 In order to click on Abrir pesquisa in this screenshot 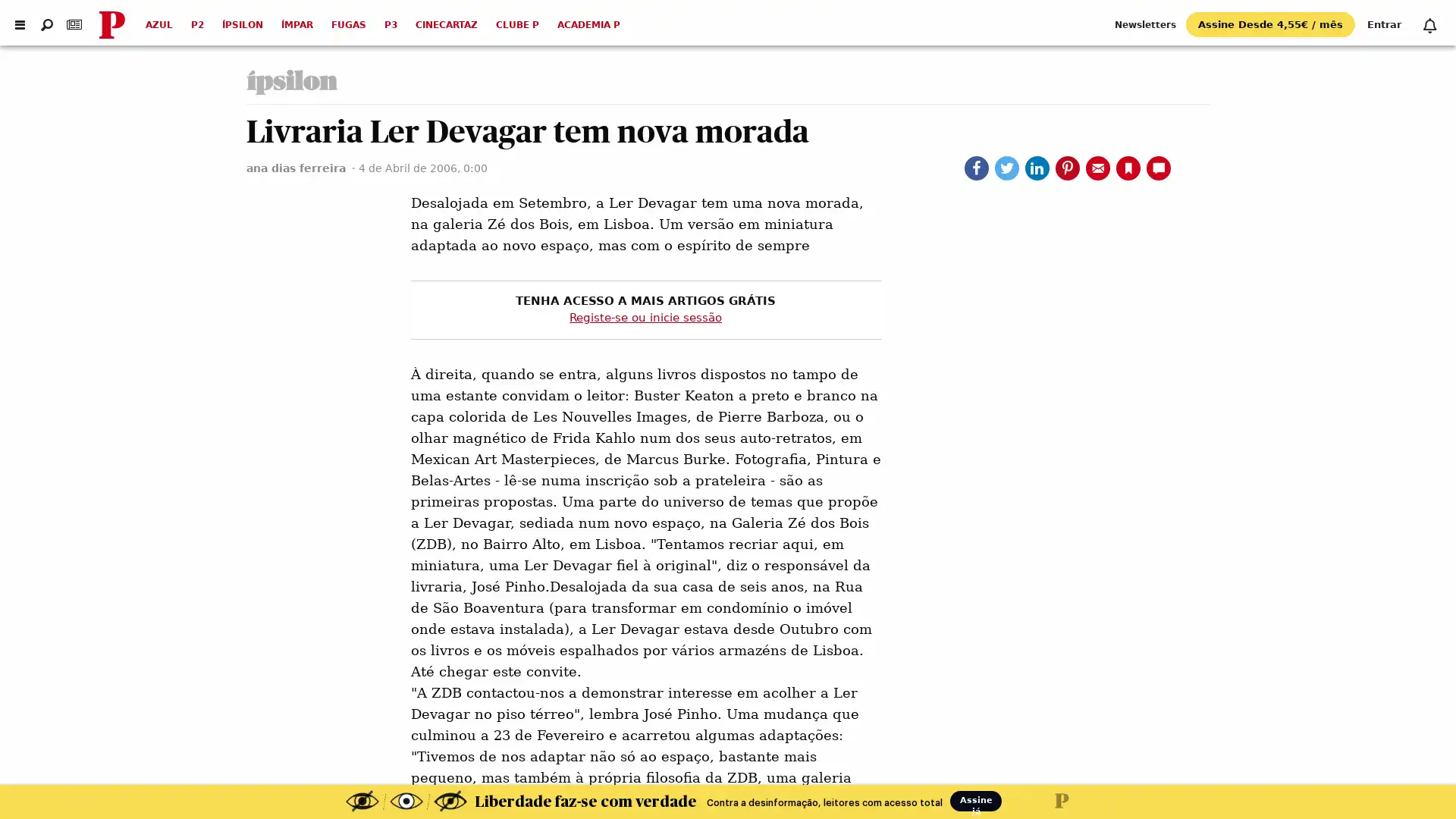, I will do `click(47, 24)`.